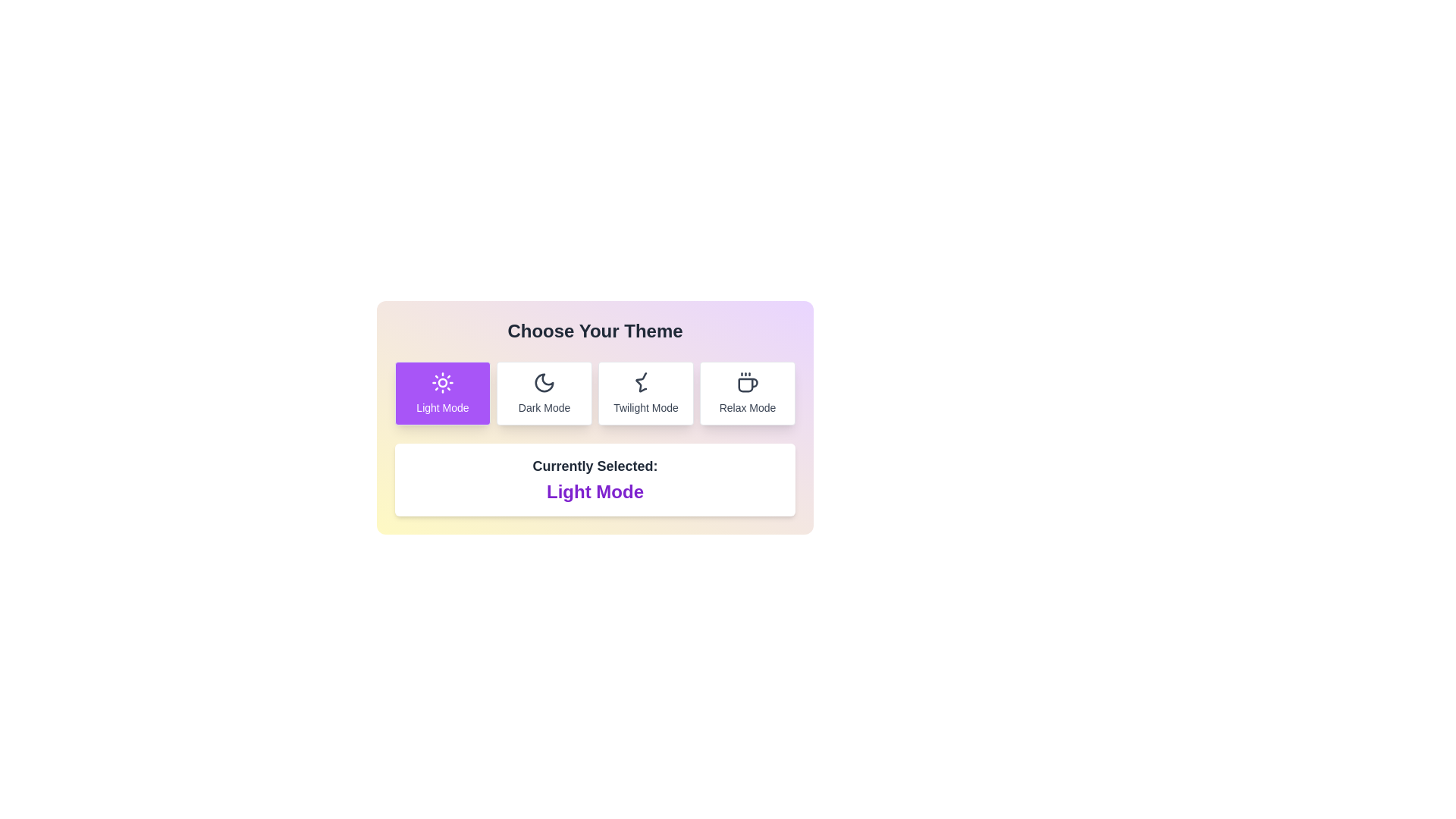 This screenshot has height=819, width=1456. What do you see at coordinates (442, 393) in the screenshot?
I see `the theme button corresponding to Light Mode` at bounding box center [442, 393].